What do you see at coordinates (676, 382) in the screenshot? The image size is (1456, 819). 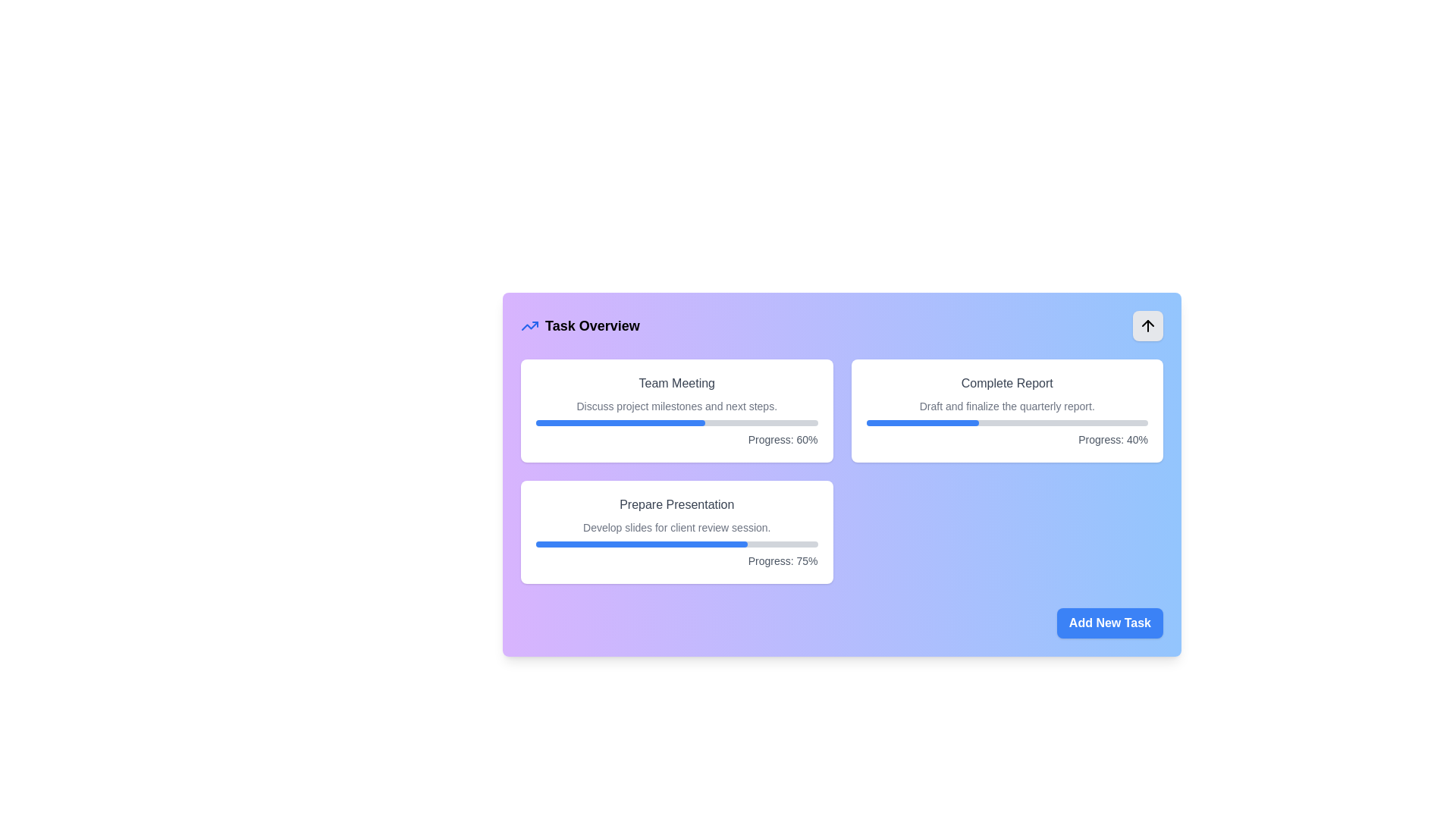 I see `title text of the task card located in the upper-left corner of the grid layout` at bounding box center [676, 382].